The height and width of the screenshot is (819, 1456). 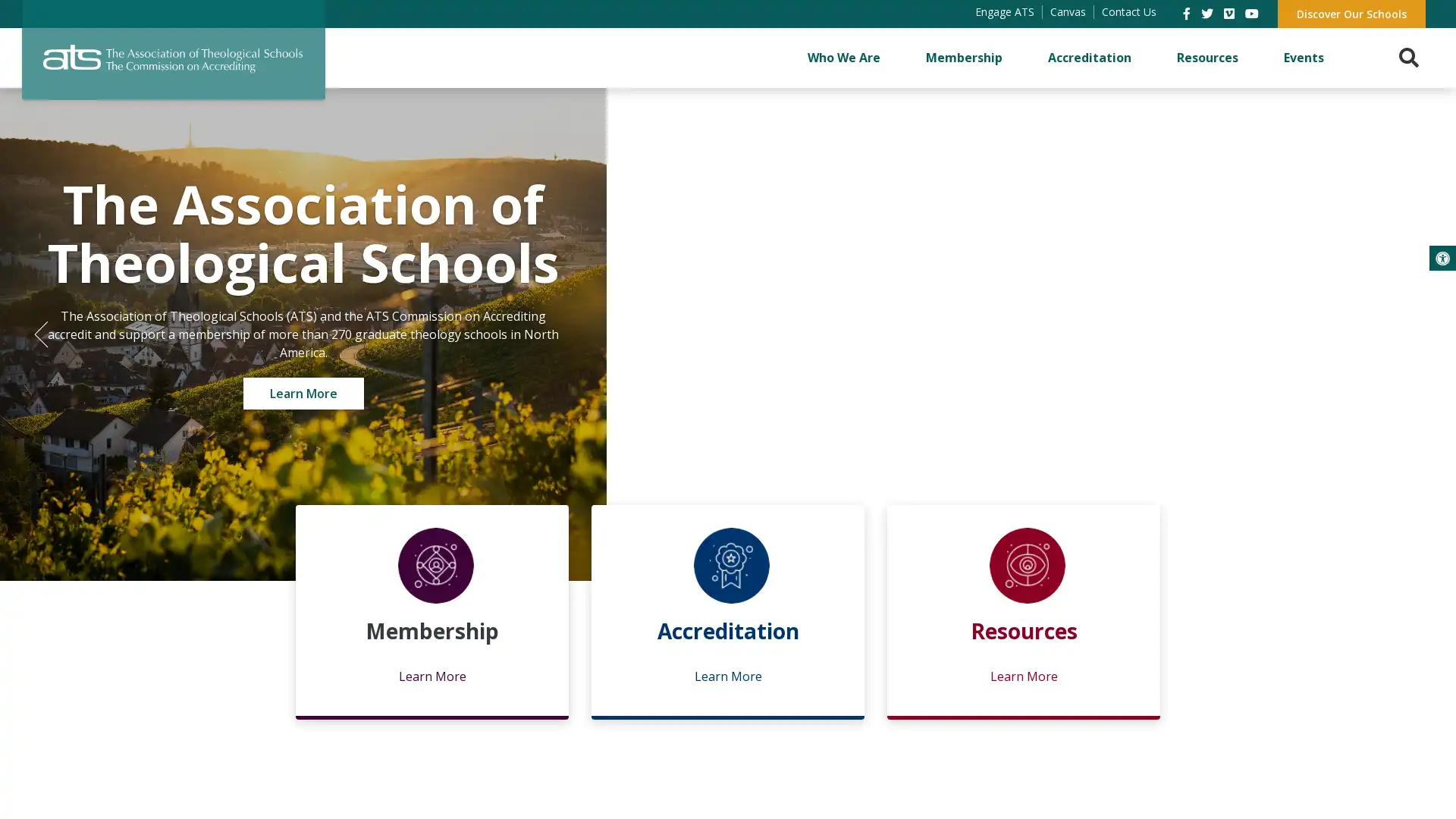 I want to click on 2, so click(x=728, y=520).